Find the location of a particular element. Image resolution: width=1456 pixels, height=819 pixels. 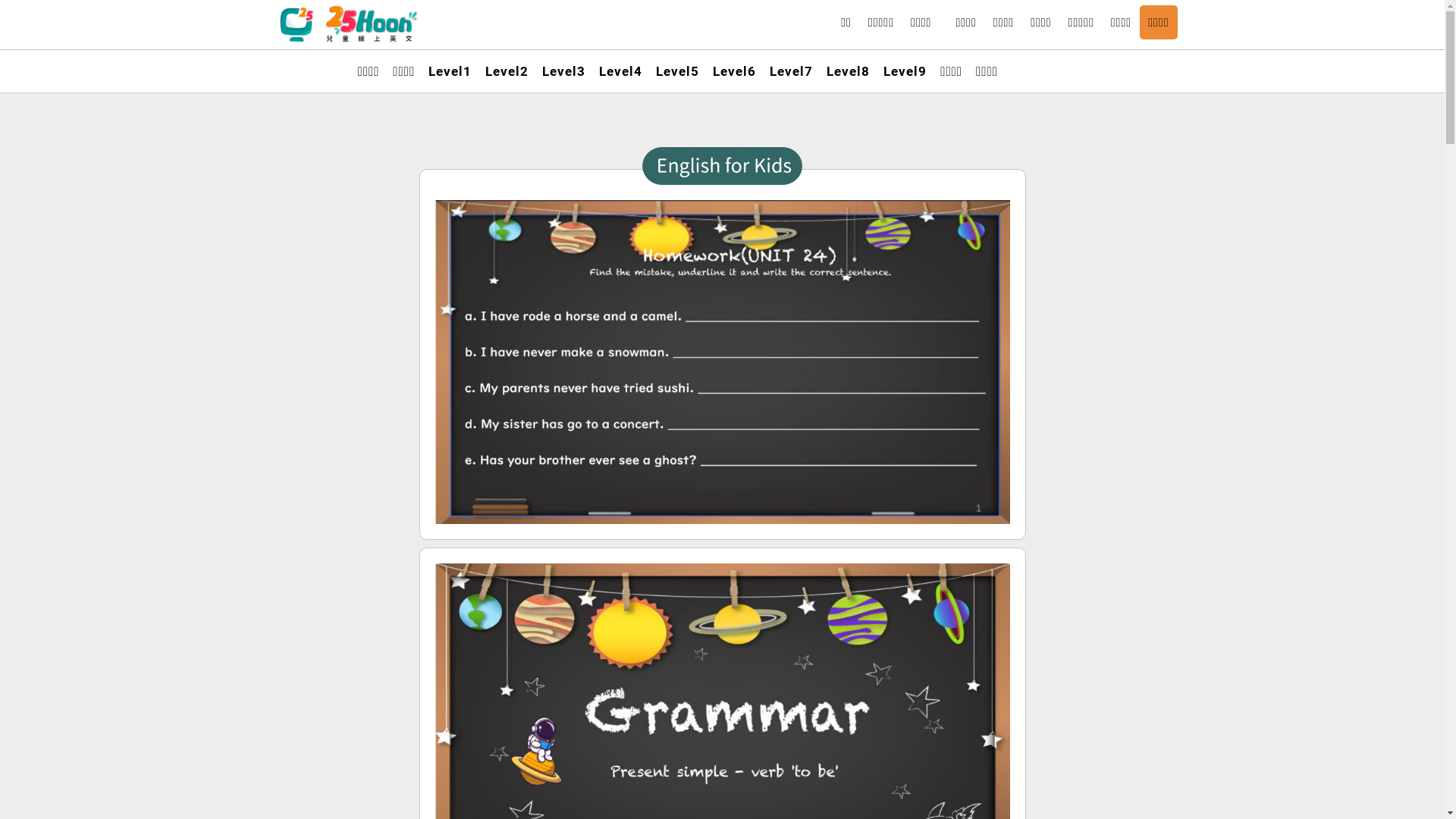

'Level4' is located at coordinates (620, 71).